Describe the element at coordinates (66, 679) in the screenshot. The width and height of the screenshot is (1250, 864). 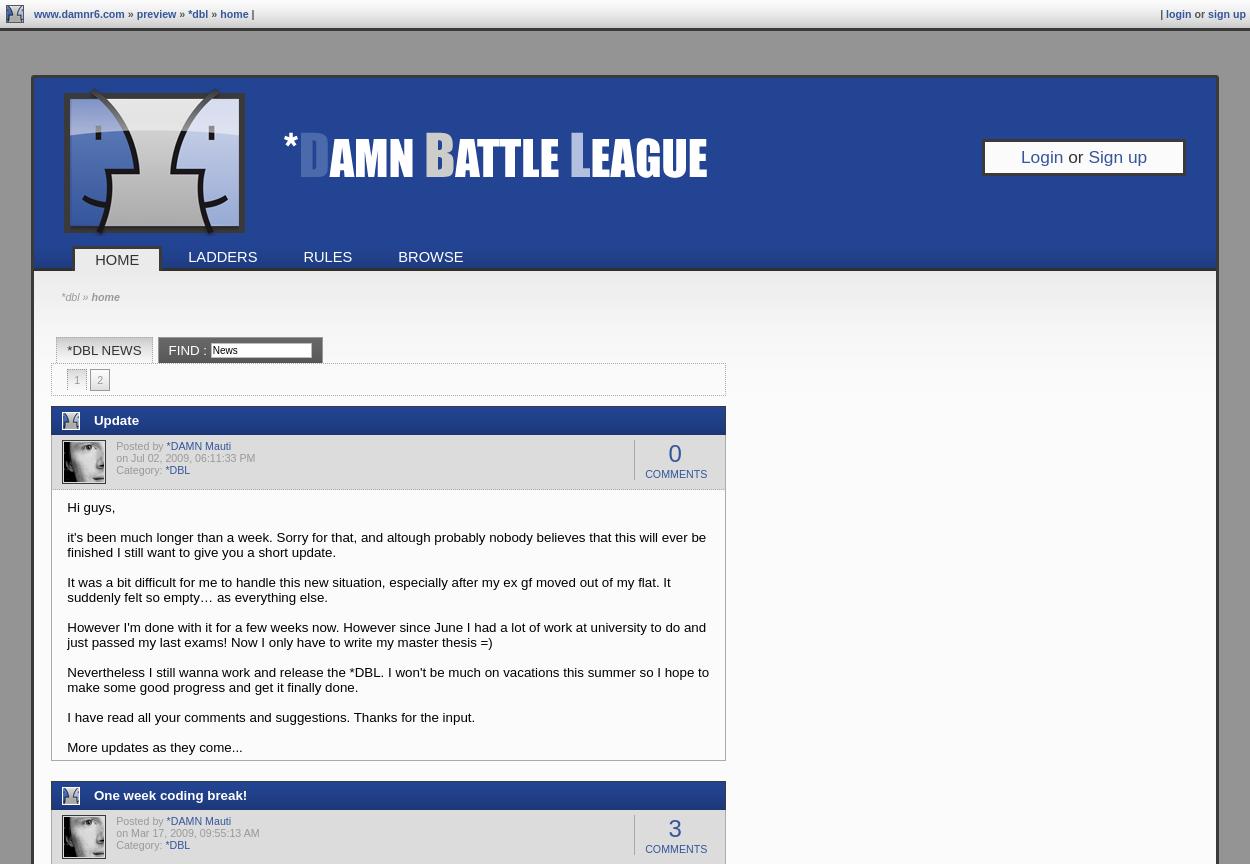
I see `'Nevertheless I still wanna work and release the *DBL. I won't be much on vacations this summer so I hope to make some good progress and get it finally done.'` at that location.